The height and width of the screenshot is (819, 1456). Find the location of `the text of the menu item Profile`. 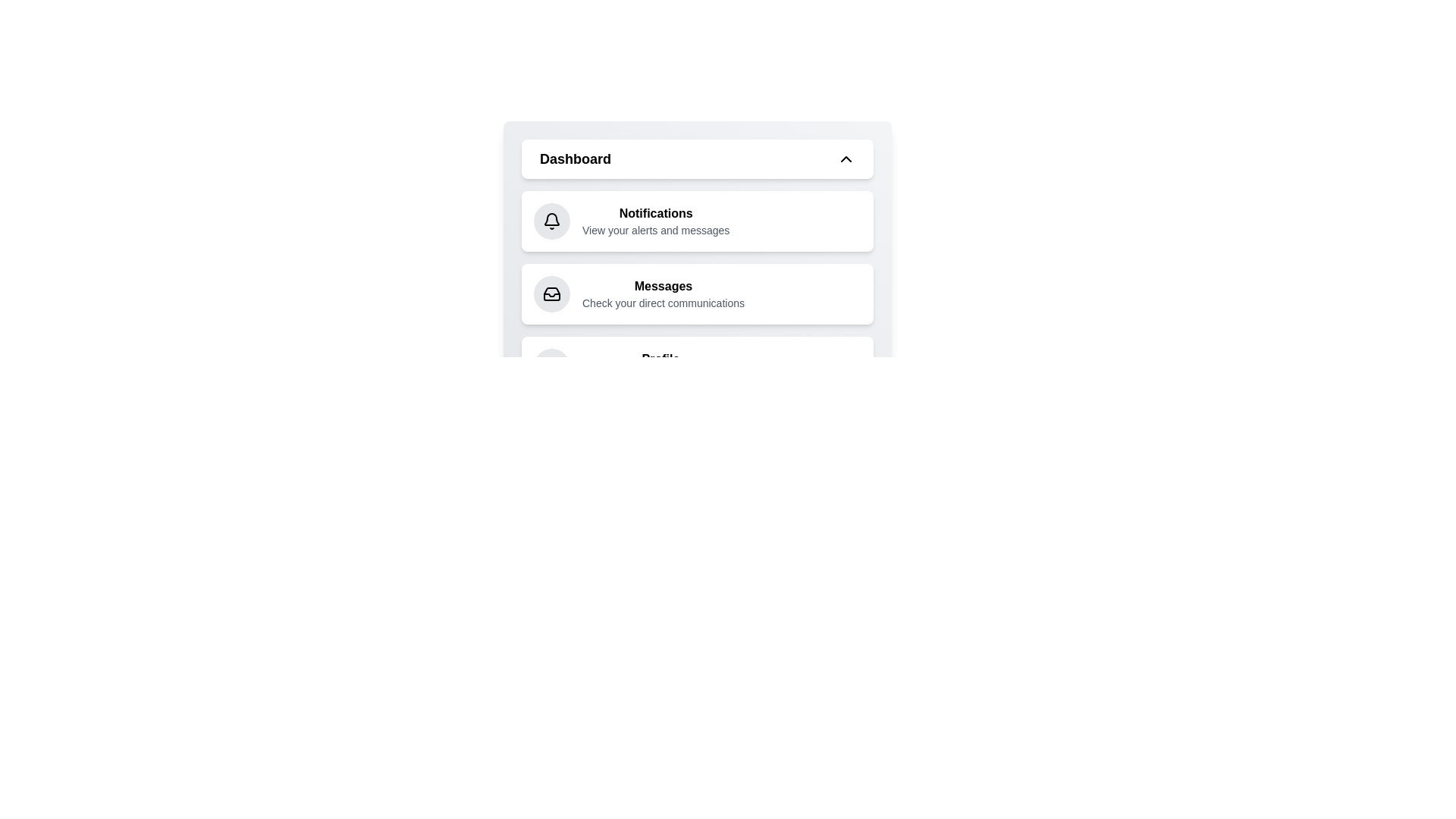

the text of the menu item Profile is located at coordinates (660, 359).